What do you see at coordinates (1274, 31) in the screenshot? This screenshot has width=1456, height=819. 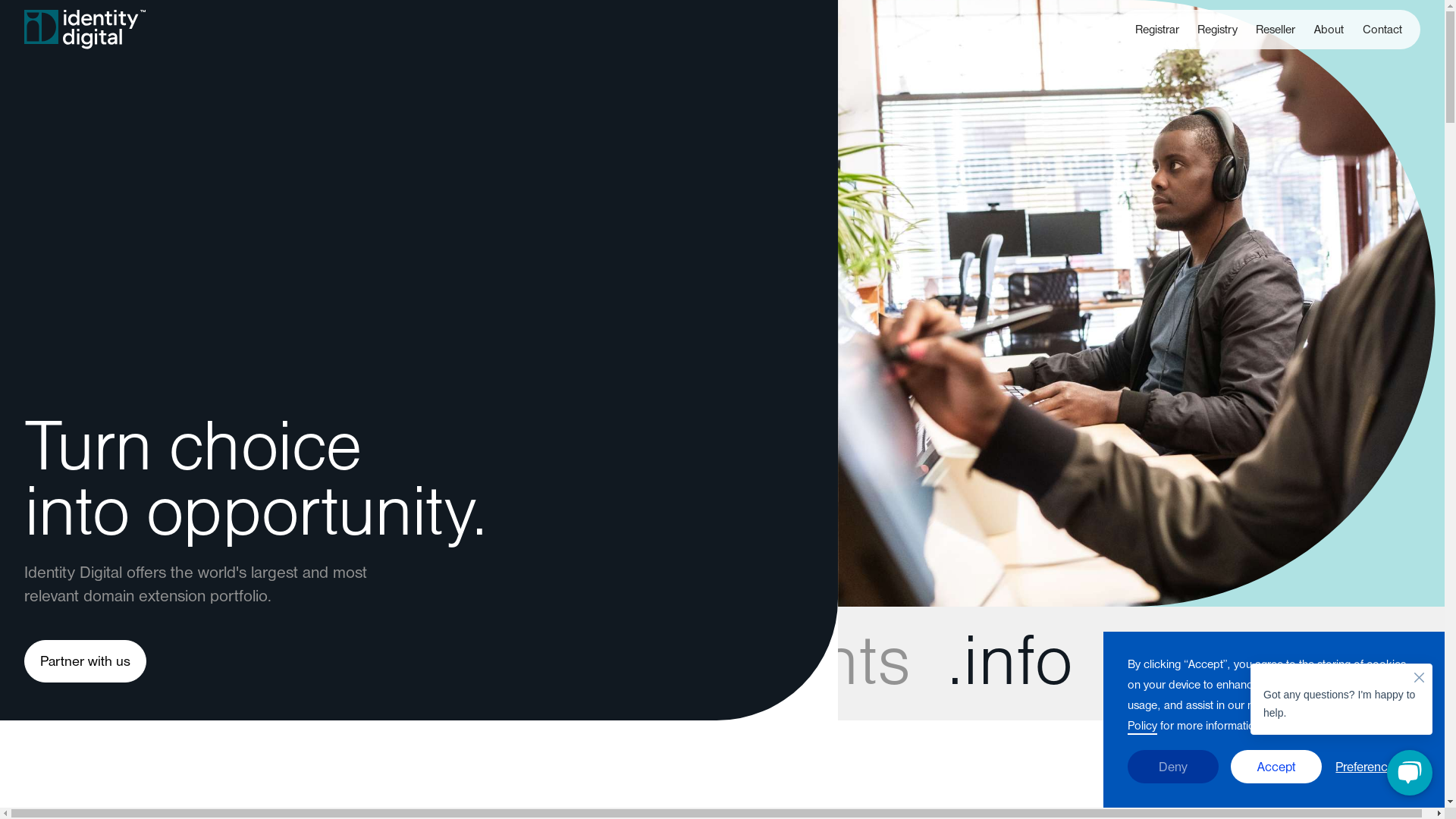 I see `'Reseller'` at bounding box center [1274, 31].